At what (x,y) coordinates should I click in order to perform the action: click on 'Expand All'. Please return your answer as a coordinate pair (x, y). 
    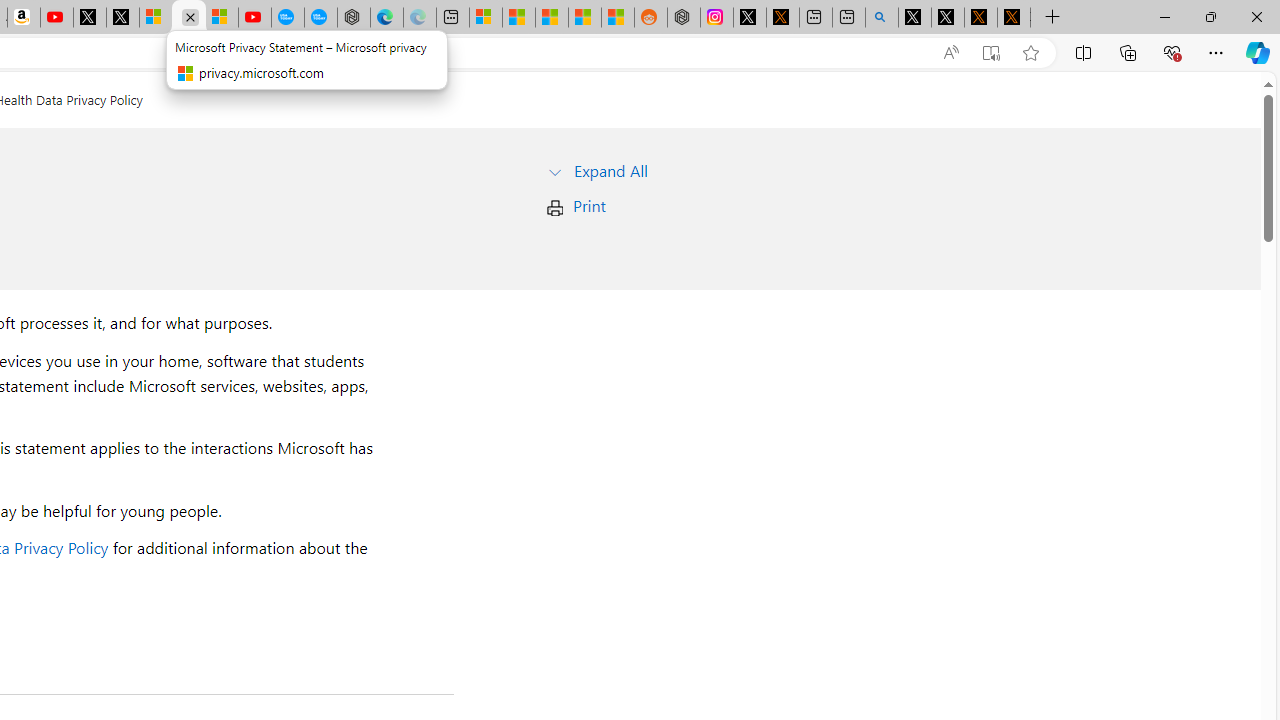
    Looking at the image, I should click on (610, 169).